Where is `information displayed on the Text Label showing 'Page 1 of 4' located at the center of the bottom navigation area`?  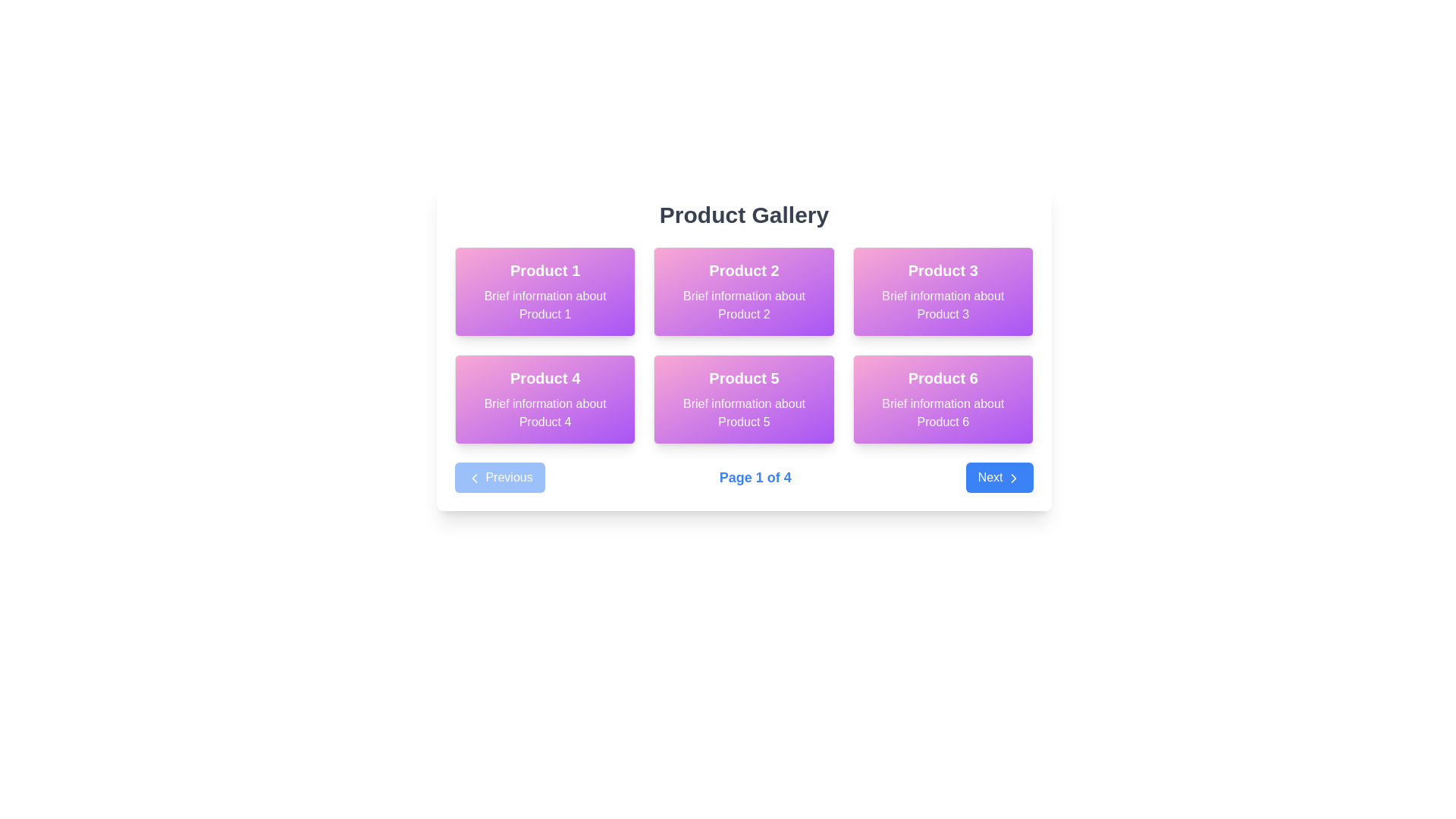
information displayed on the Text Label showing 'Page 1 of 4' located at the center of the bottom navigation area is located at coordinates (755, 476).